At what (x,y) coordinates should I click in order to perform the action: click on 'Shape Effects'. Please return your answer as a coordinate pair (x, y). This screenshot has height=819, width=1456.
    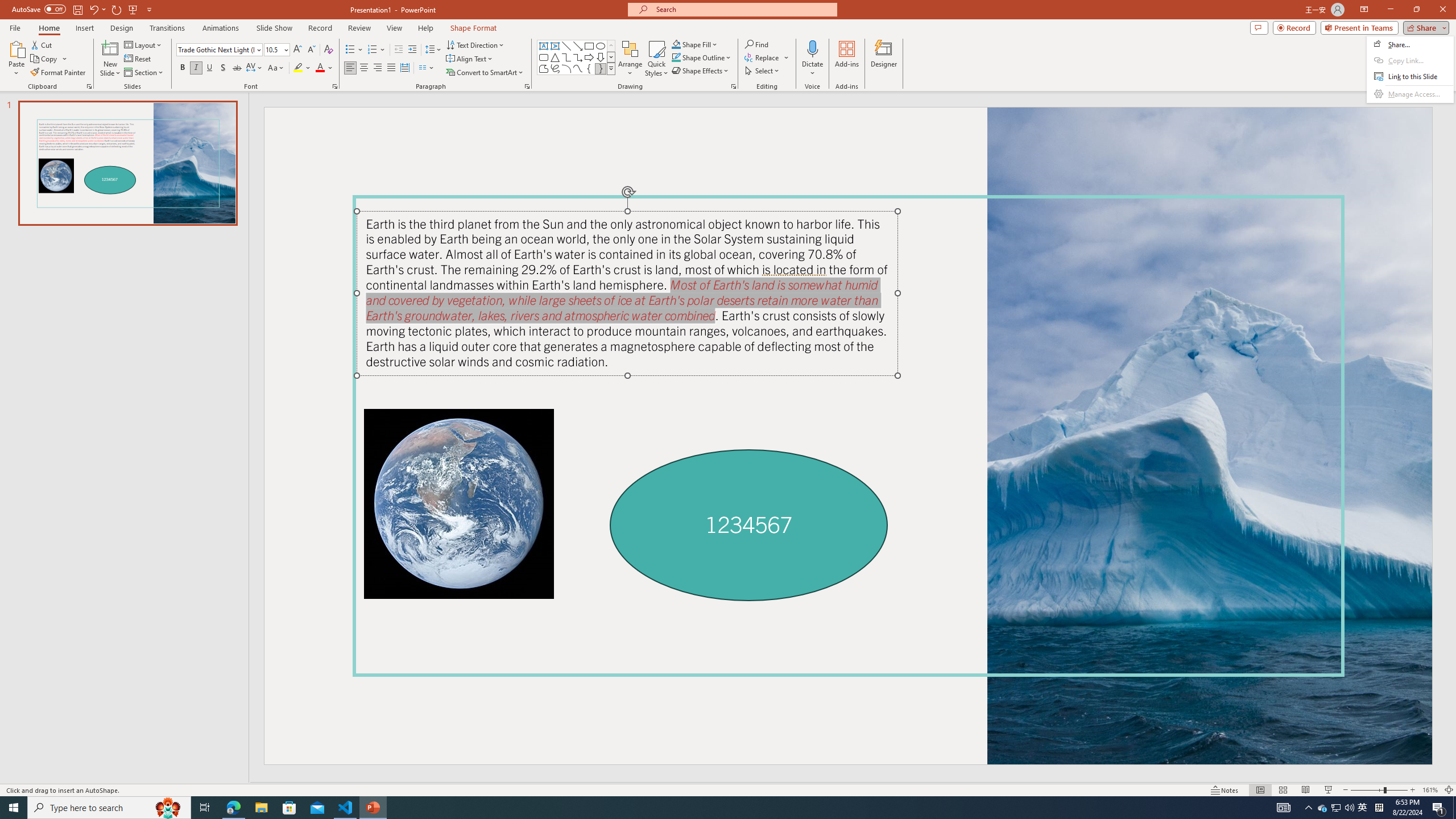
    Looking at the image, I should click on (700, 69).